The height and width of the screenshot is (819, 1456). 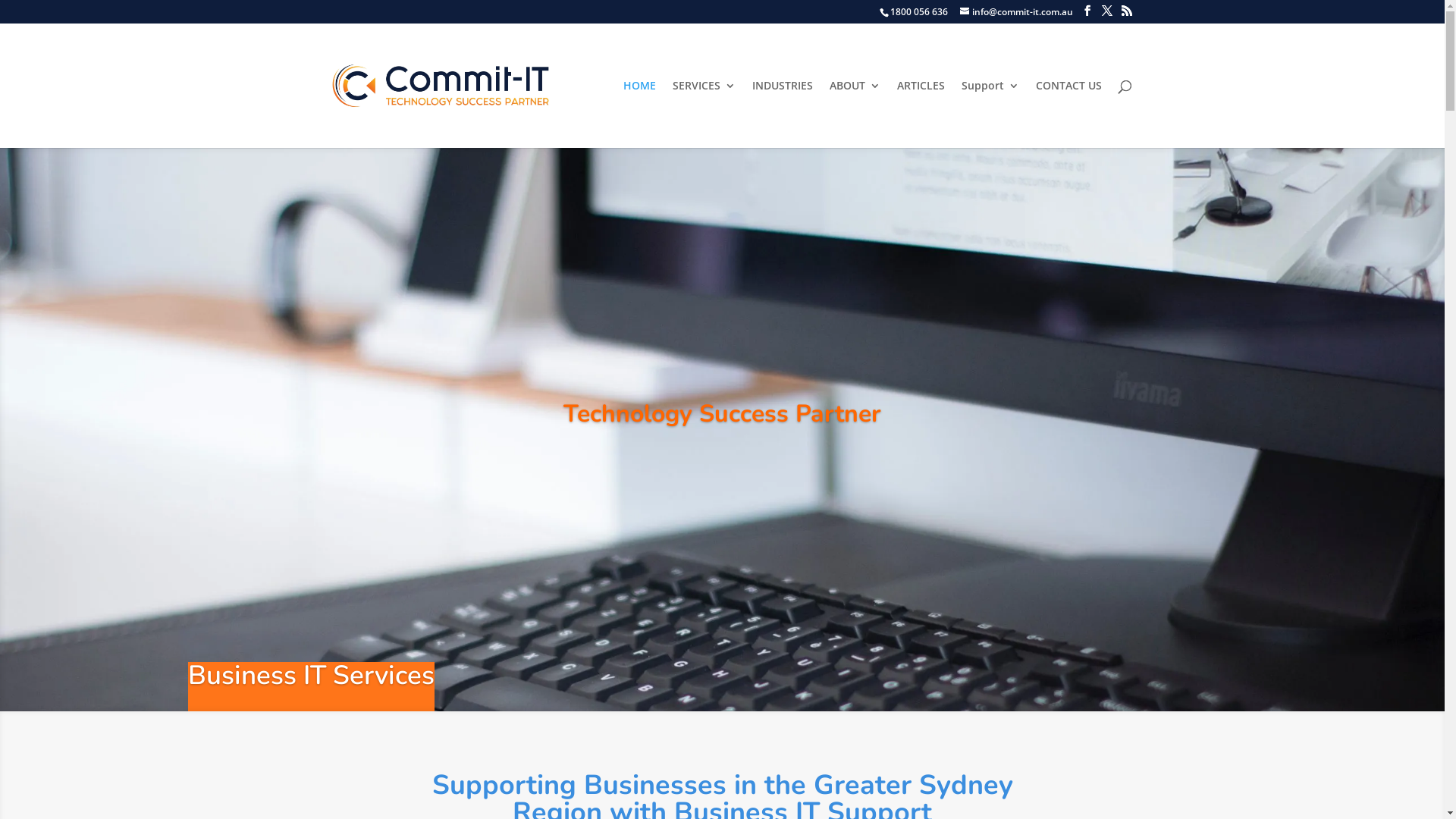 I want to click on 'info@commit-it.com.au', so click(x=959, y=11).